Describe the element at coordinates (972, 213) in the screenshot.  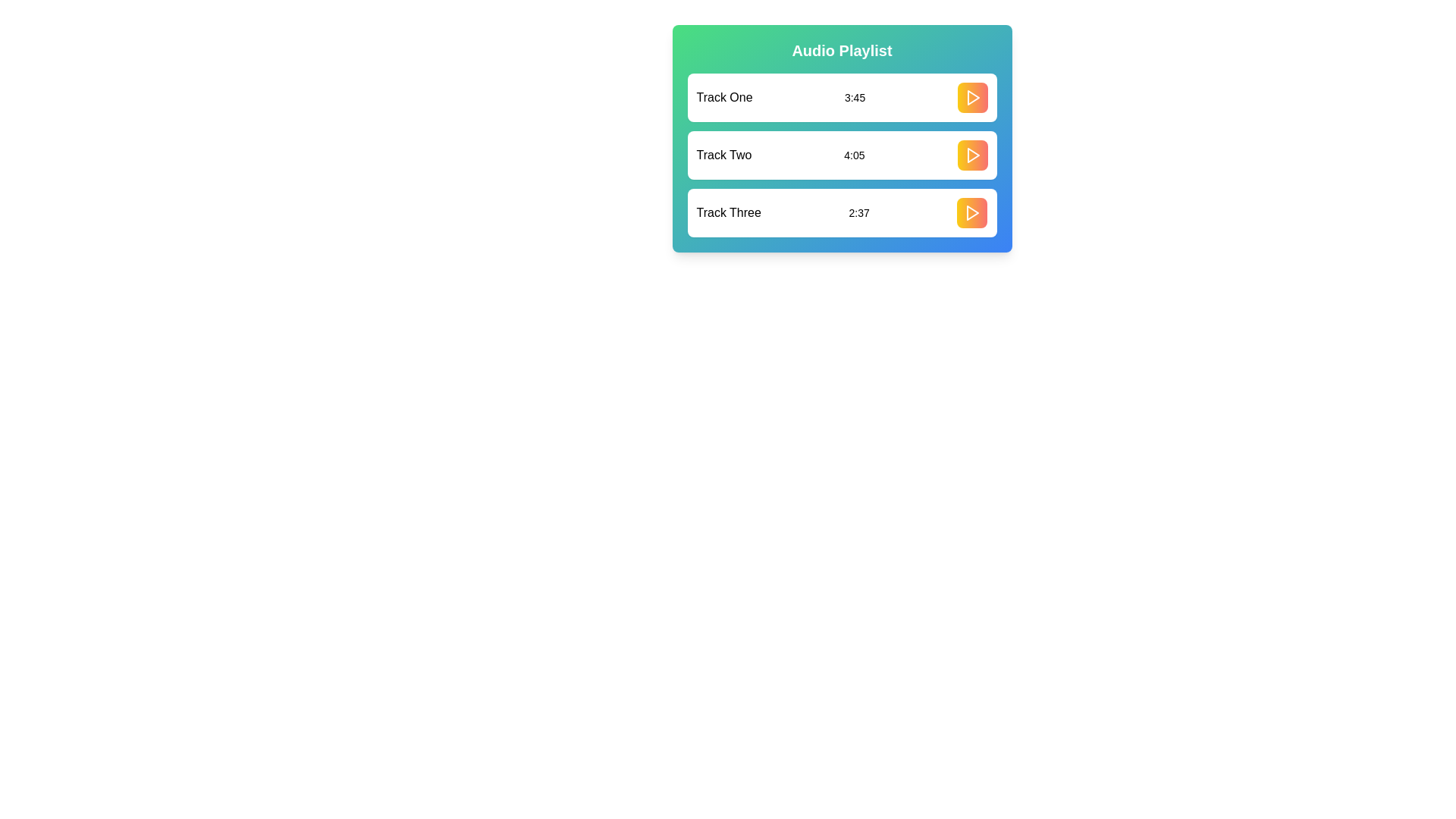
I see `the triangular play icon button located` at that location.